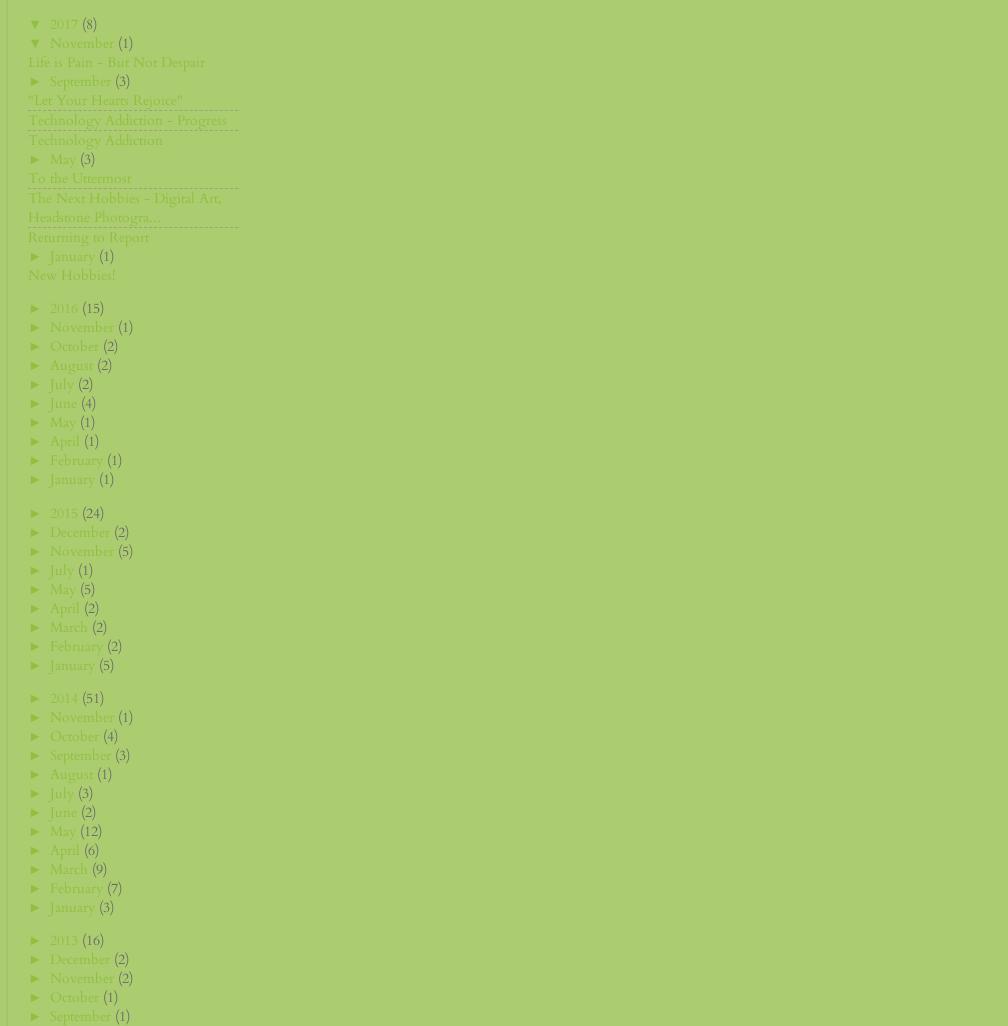 Image resolution: width=1008 pixels, height=1026 pixels. What do you see at coordinates (99, 868) in the screenshot?
I see `'(9)'` at bounding box center [99, 868].